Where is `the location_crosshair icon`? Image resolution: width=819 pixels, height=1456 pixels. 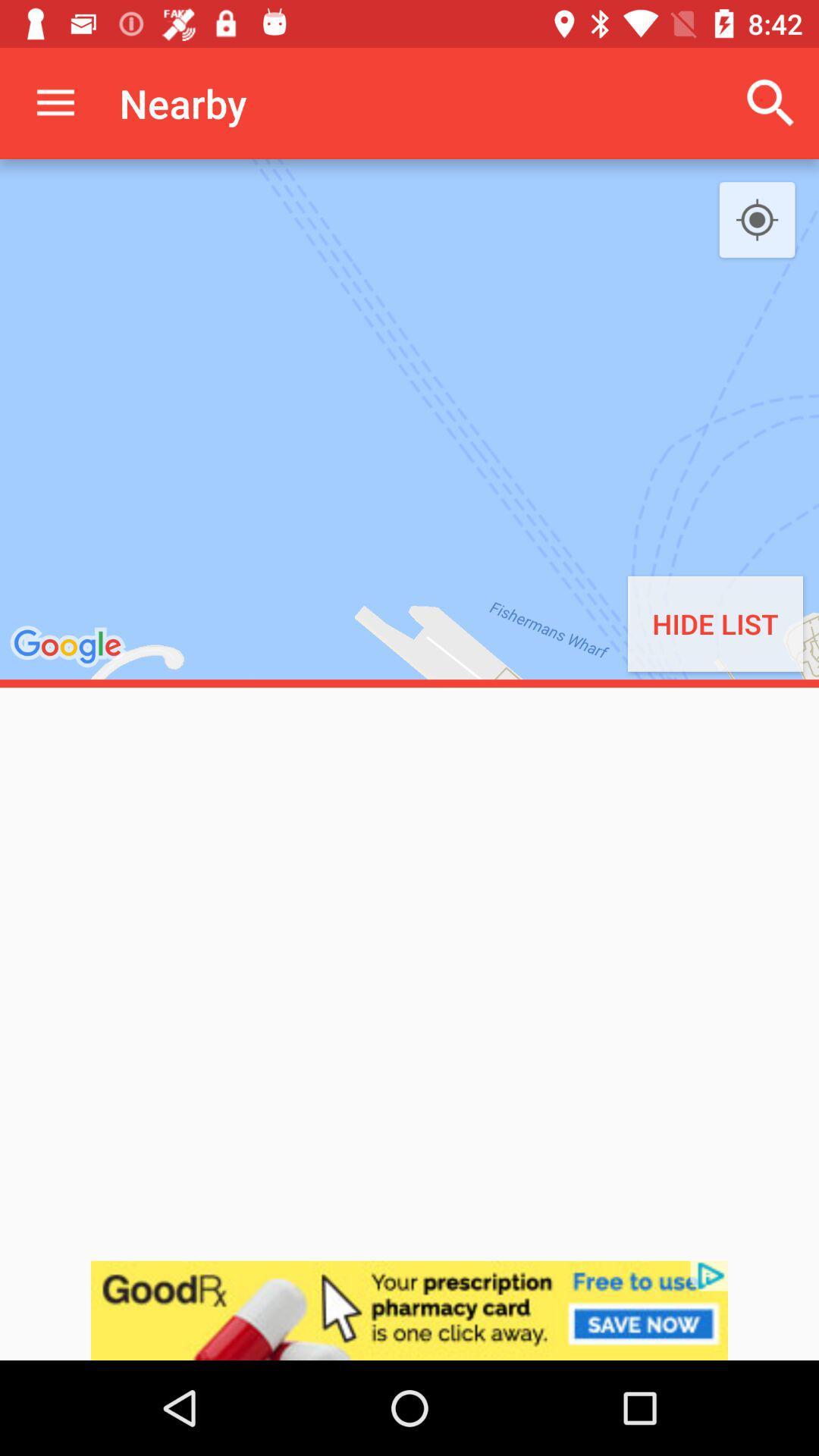
the location_crosshair icon is located at coordinates (757, 220).